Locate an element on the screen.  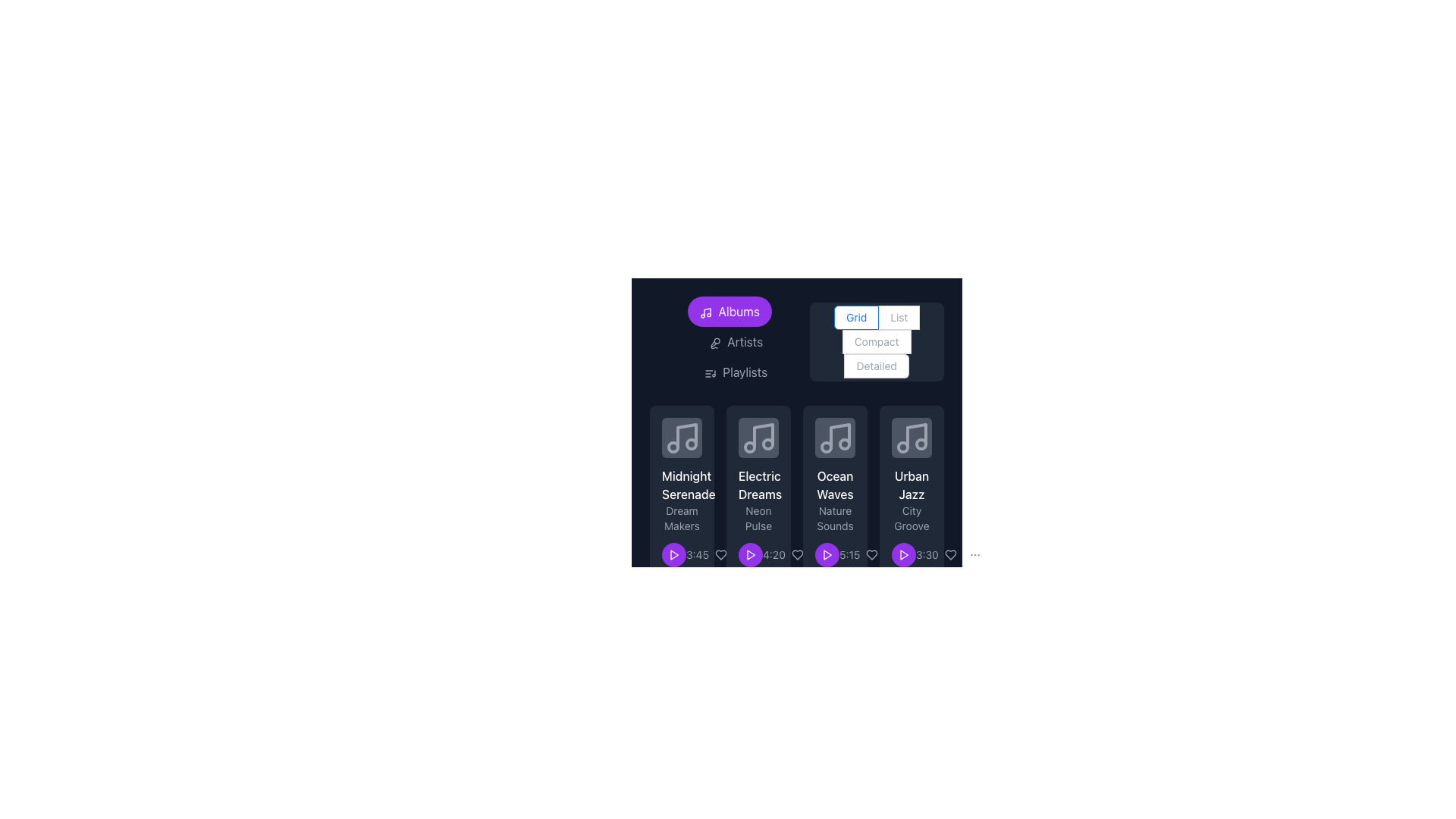
the 'Playlists' button located in the bottom-right corner of the group of buttons, which includes 'Albums' and 'Artists' is located at coordinates (736, 372).